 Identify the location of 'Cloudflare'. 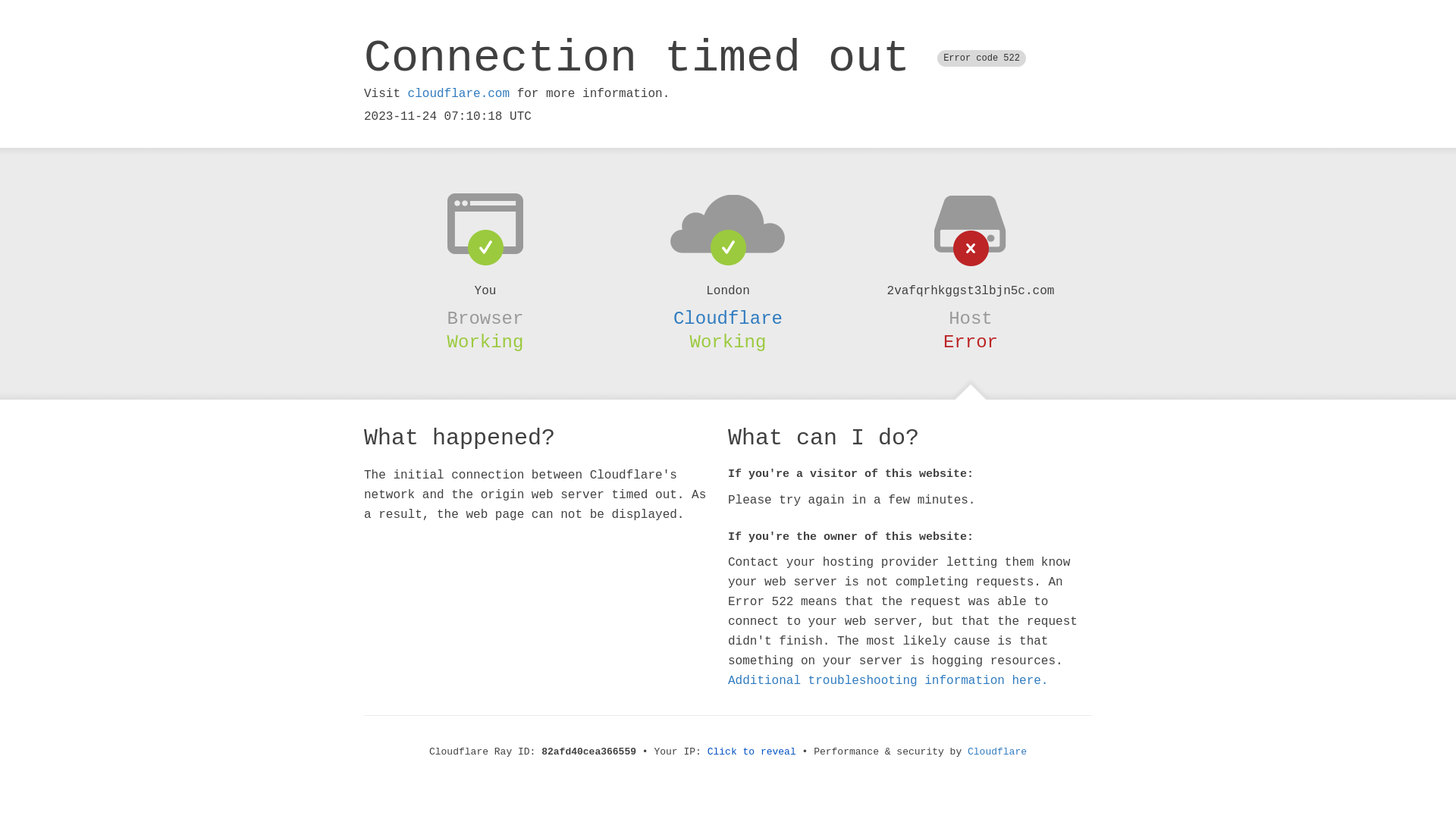
(997, 752).